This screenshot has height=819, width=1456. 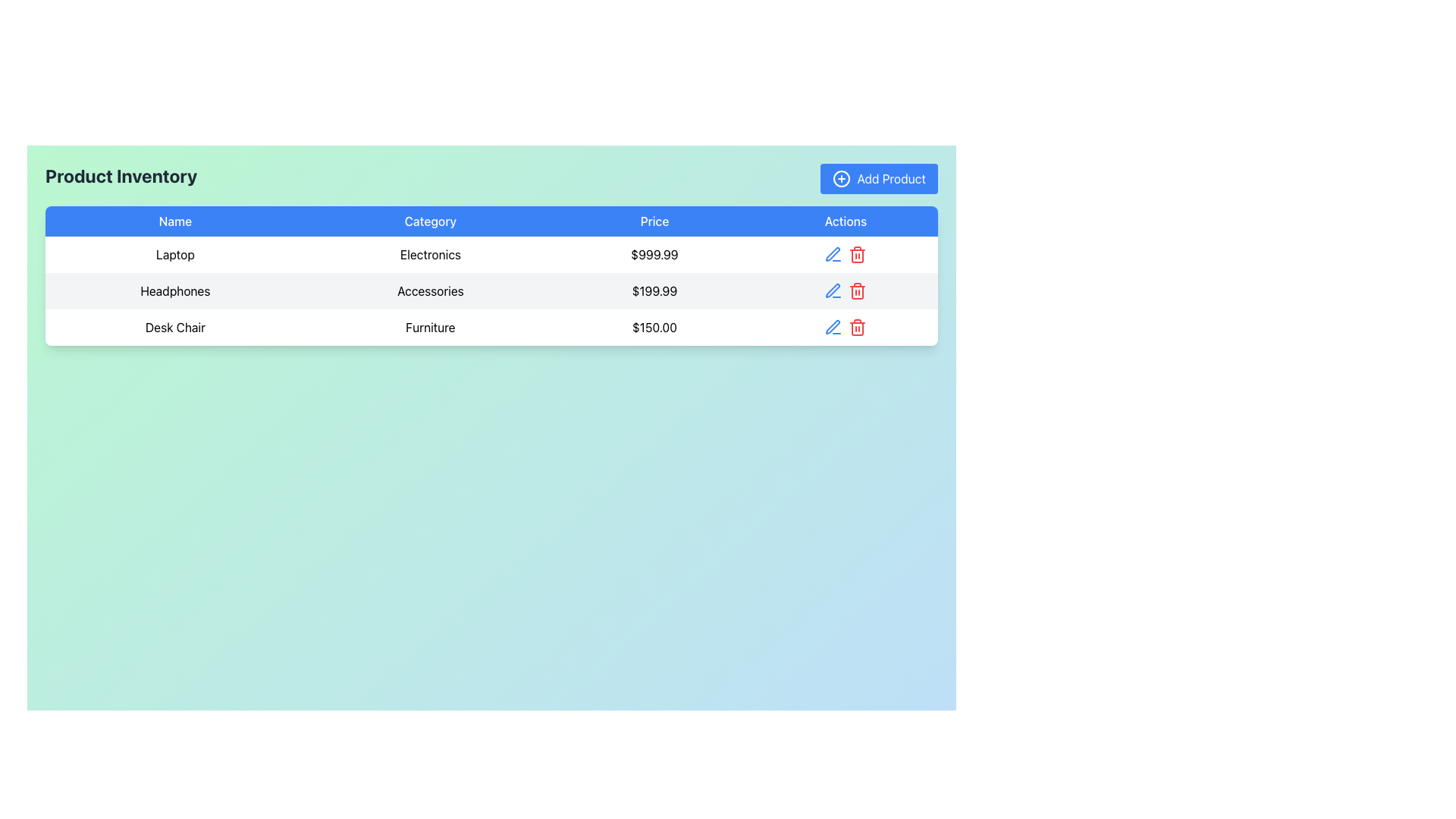 What do you see at coordinates (121, 177) in the screenshot?
I see `displayed information from the heading element that contains bold text reading 'Product Inventory' situated on a soft green background` at bounding box center [121, 177].